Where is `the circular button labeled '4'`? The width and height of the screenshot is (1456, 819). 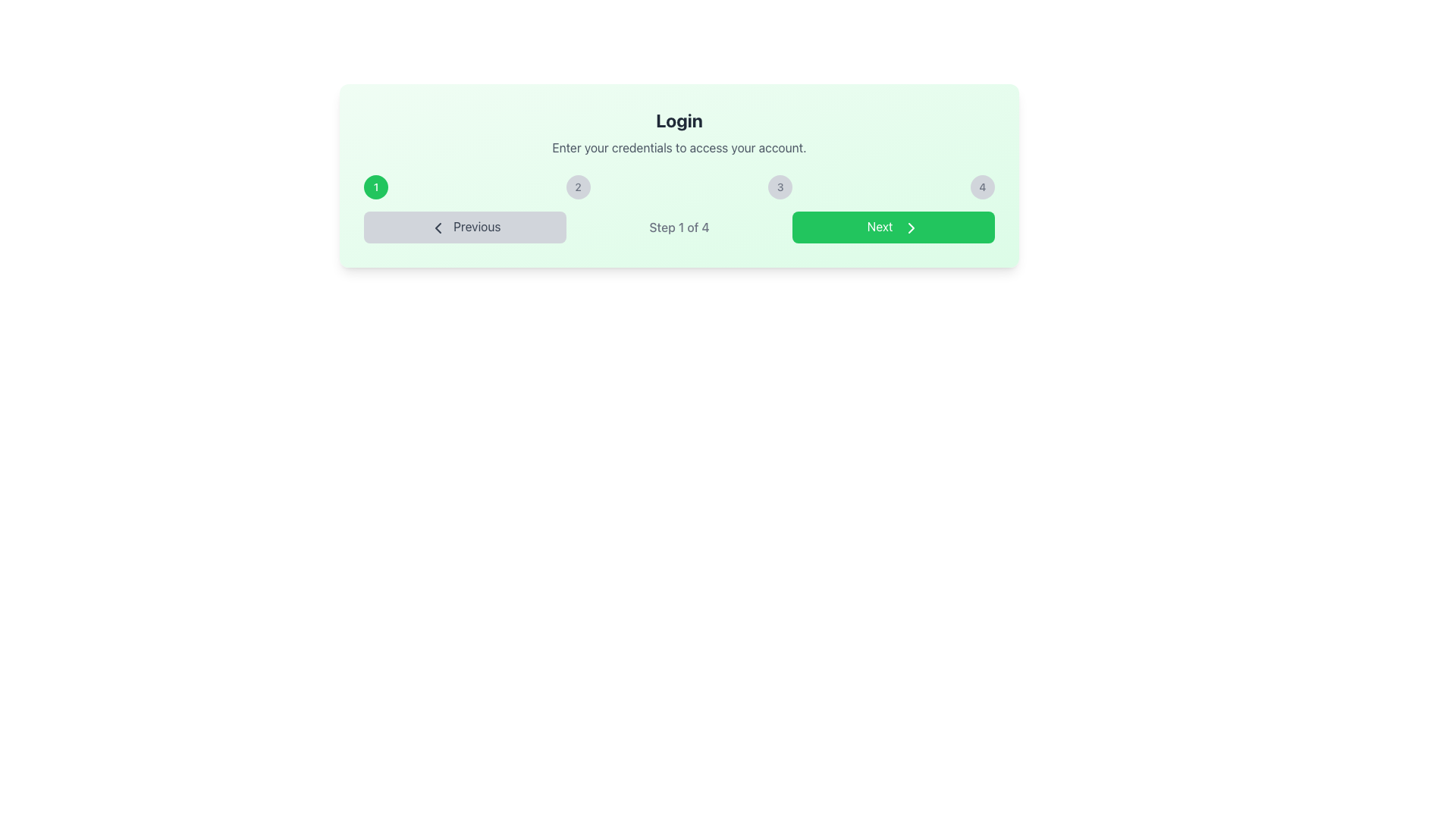 the circular button labeled '4' is located at coordinates (983, 186).